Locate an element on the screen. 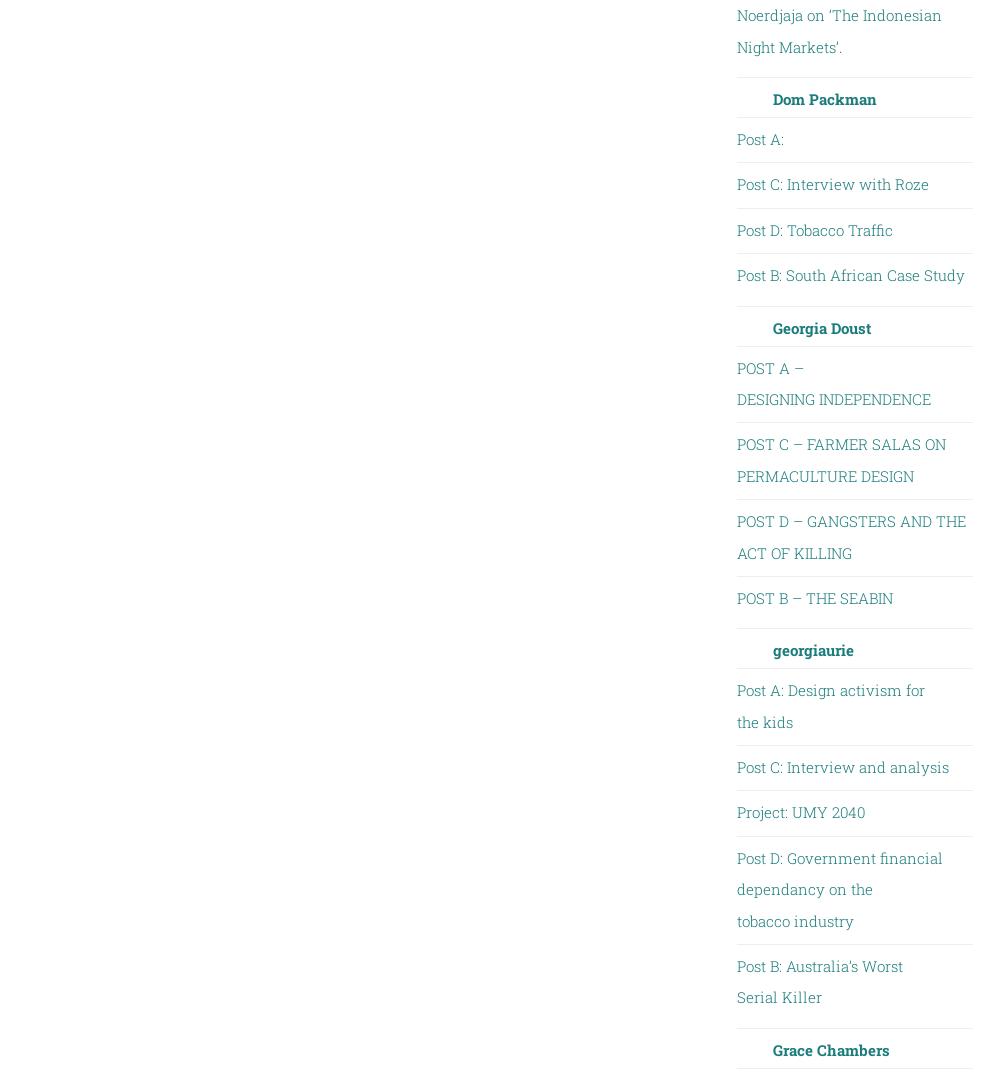 This screenshot has width=1000, height=1078. 'POST A – DESIGNING INDEPENDENCE' is located at coordinates (832, 383).